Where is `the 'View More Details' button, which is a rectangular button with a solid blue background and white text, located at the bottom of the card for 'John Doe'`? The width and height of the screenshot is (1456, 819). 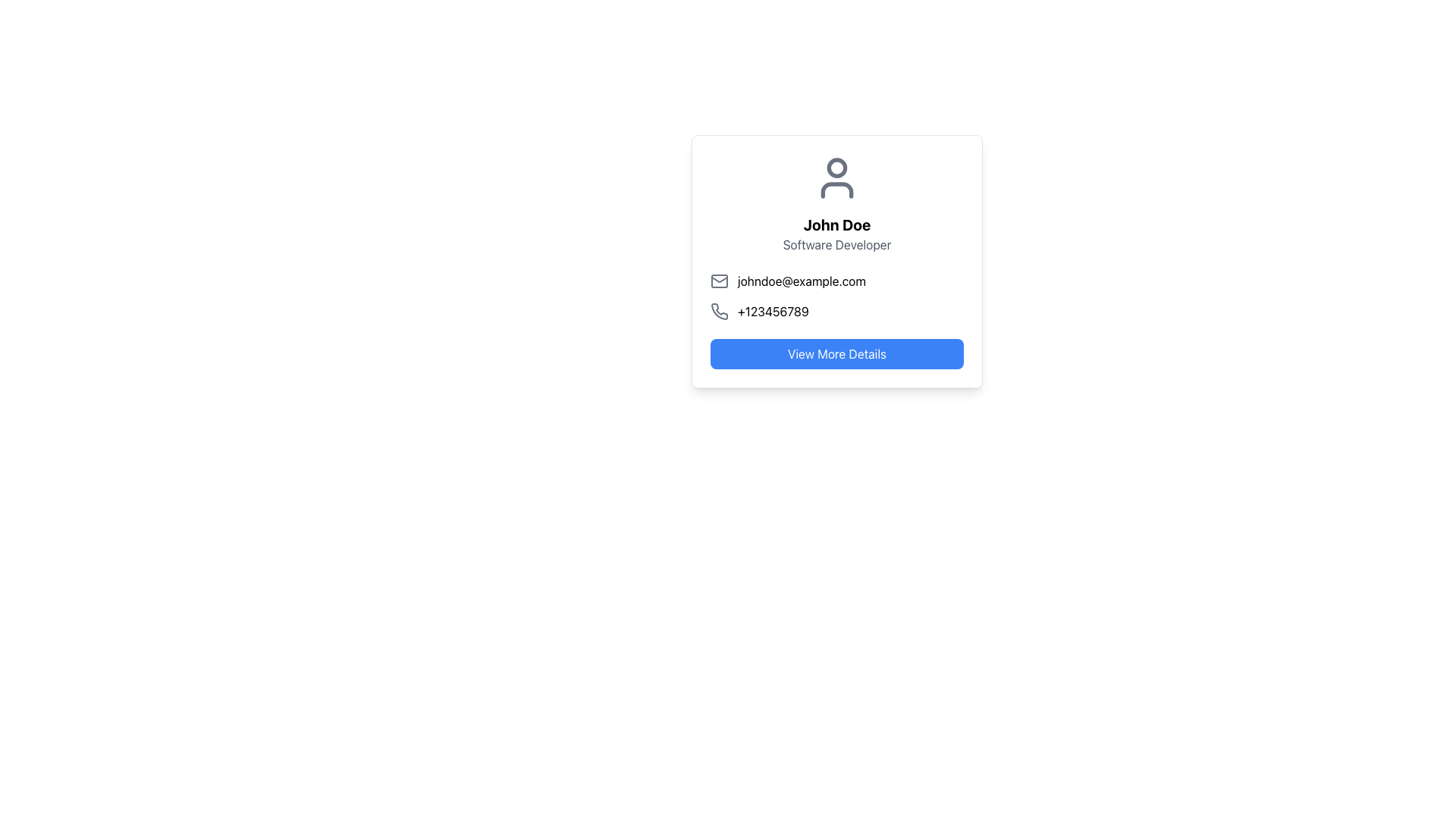 the 'View More Details' button, which is a rectangular button with a solid blue background and white text, located at the bottom of the card for 'John Doe' is located at coordinates (836, 353).